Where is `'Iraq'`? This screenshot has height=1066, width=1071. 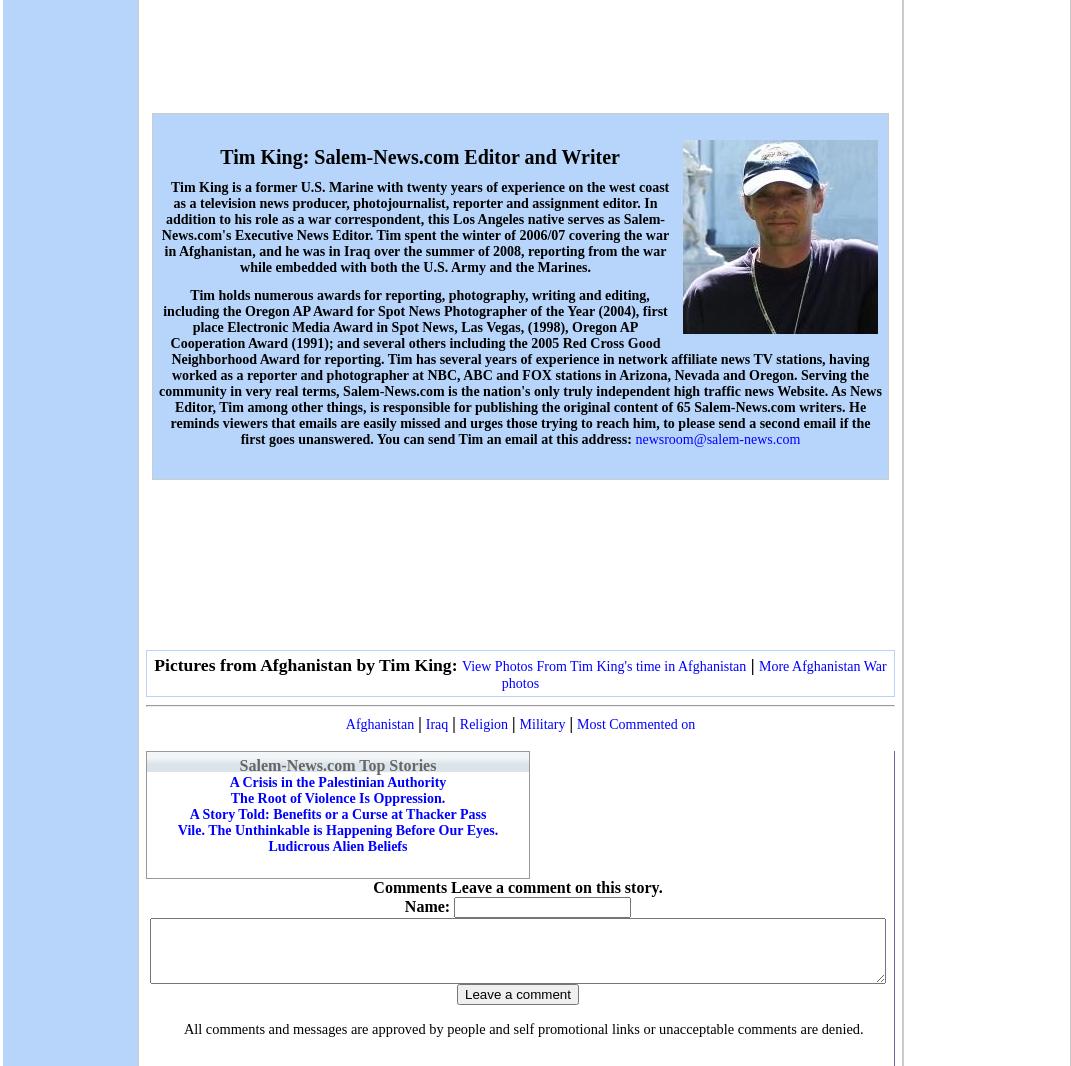
'Iraq' is located at coordinates (436, 722).